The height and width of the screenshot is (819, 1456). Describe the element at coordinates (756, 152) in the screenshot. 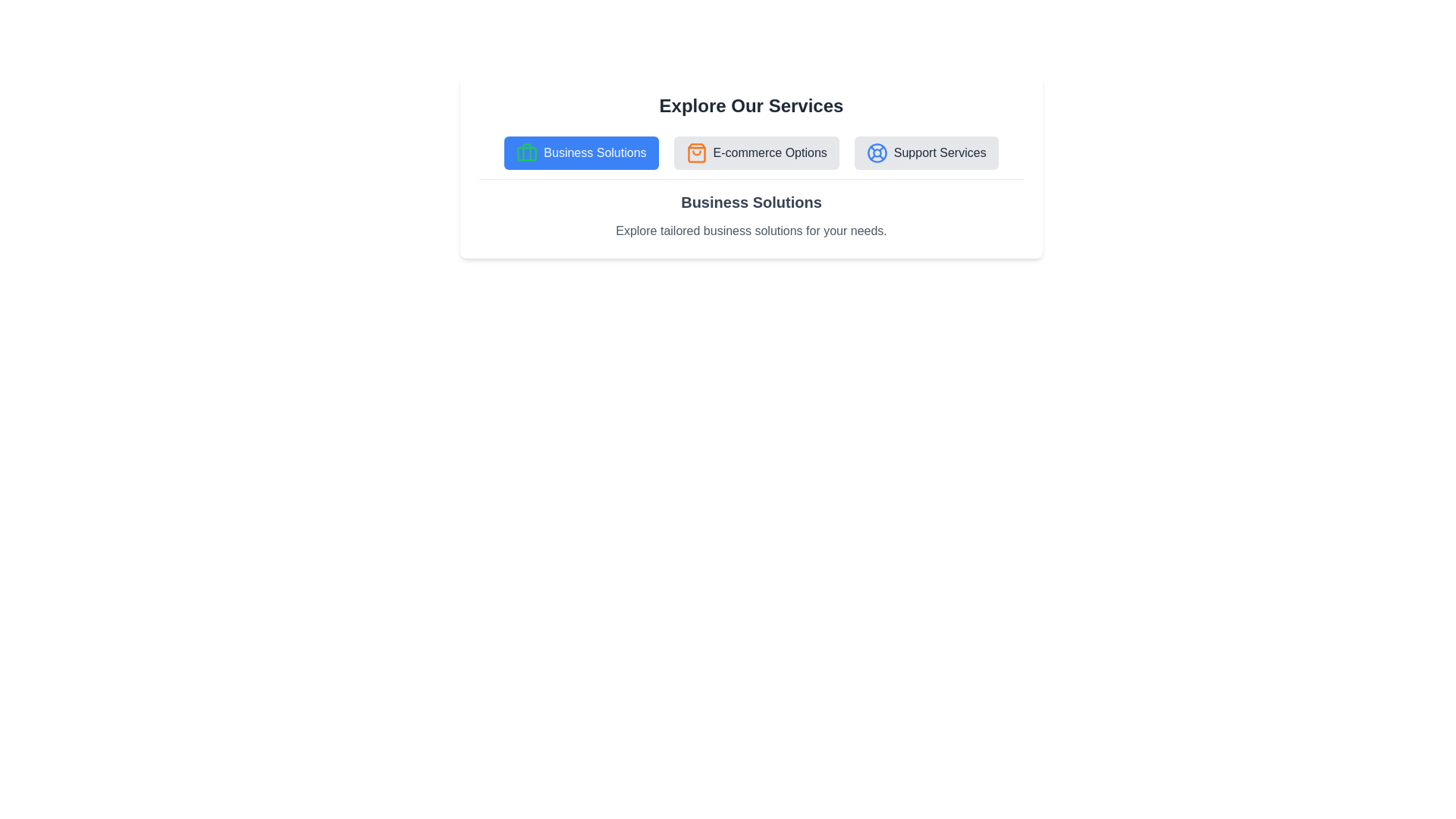

I see `the tab corresponding to E-commerce Options` at that location.